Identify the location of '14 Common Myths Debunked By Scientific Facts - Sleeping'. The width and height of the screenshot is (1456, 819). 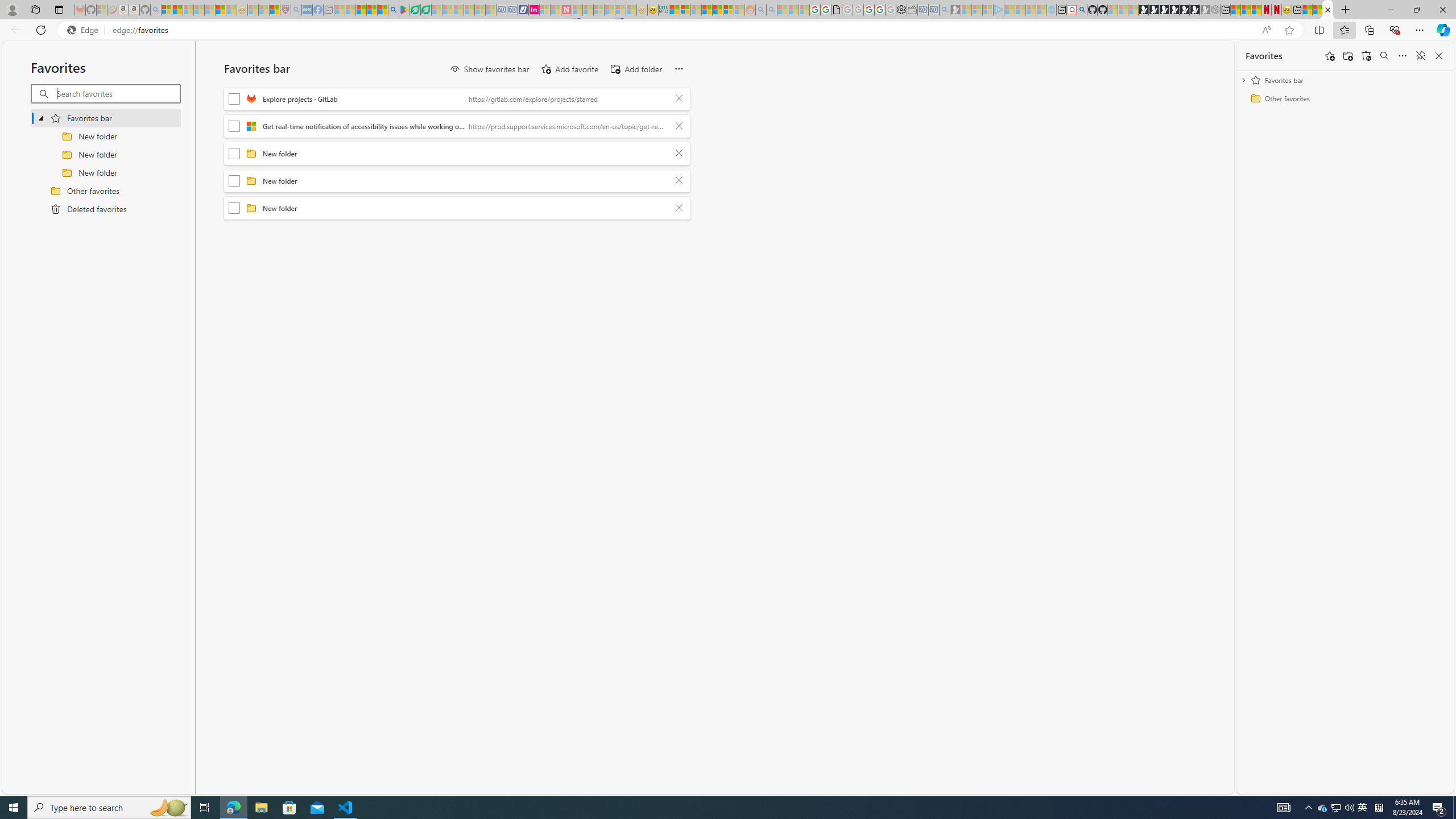
(588, 9).